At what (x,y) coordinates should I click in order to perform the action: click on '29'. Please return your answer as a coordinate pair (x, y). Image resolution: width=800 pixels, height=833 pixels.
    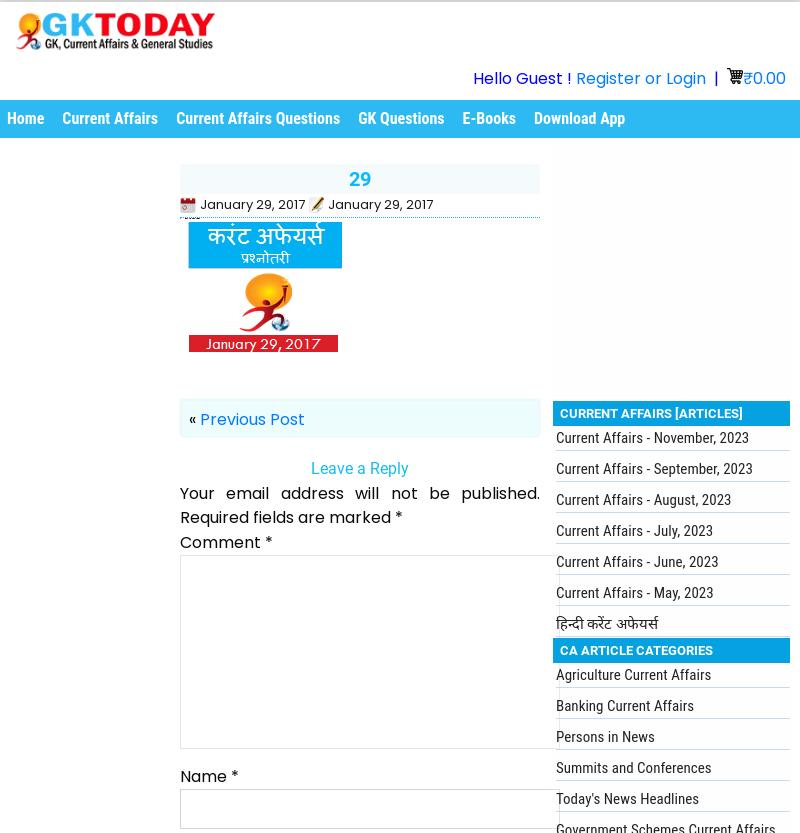
    Looking at the image, I should click on (349, 178).